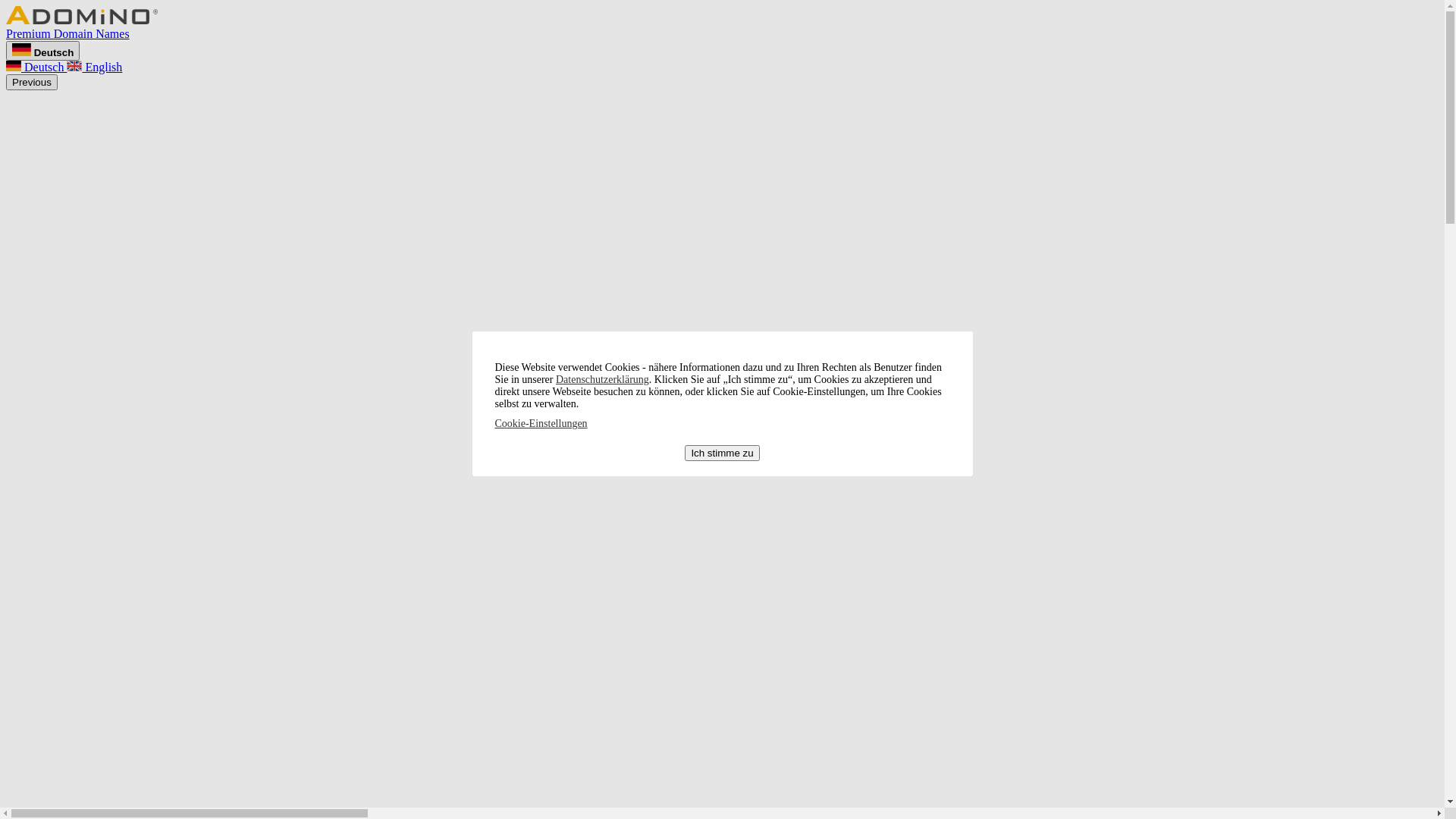 The height and width of the screenshot is (819, 1456). What do you see at coordinates (42, 49) in the screenshot?
I see `'Deutsch'` at bounding box center [42, 49].